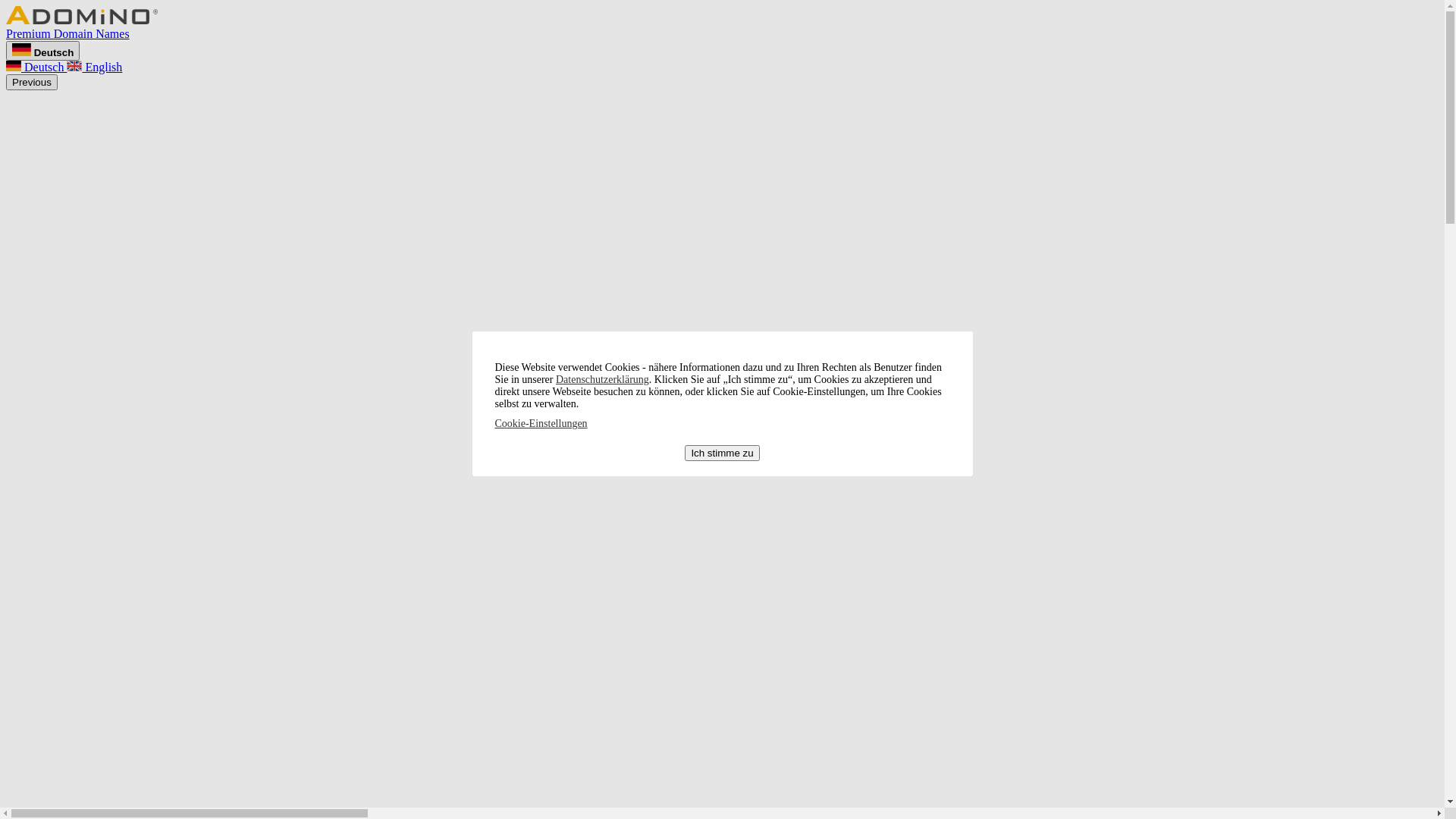 The height and width of the screenshot is (819, 1456). What do you see at coordinates (42, 49) in the screenshot?
I see `'Deutsch'` at bounding box center [42, 49].